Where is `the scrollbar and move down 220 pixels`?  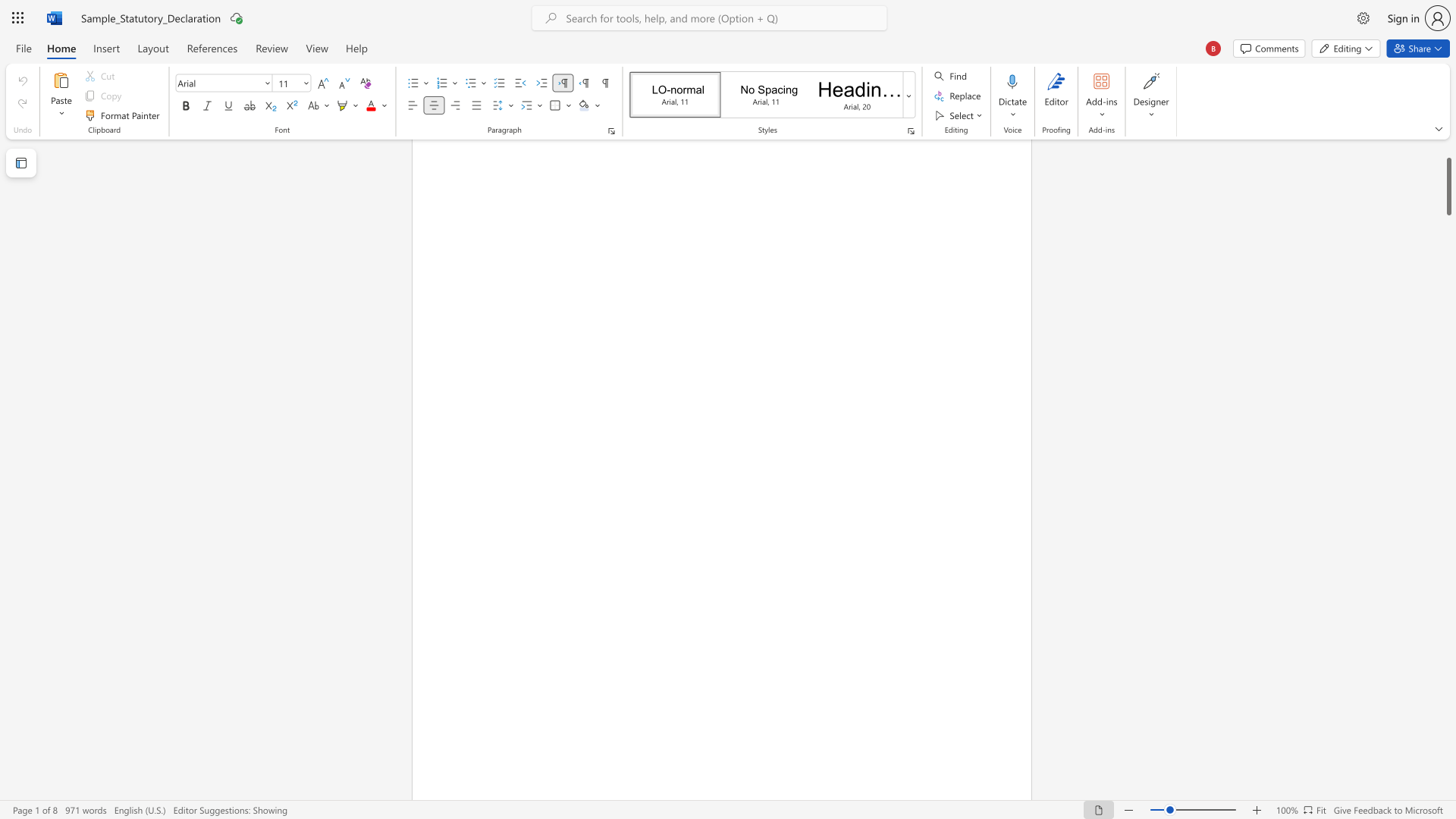
the scrollbar and move down 220 pixels is located at coordinates (1448, 186).